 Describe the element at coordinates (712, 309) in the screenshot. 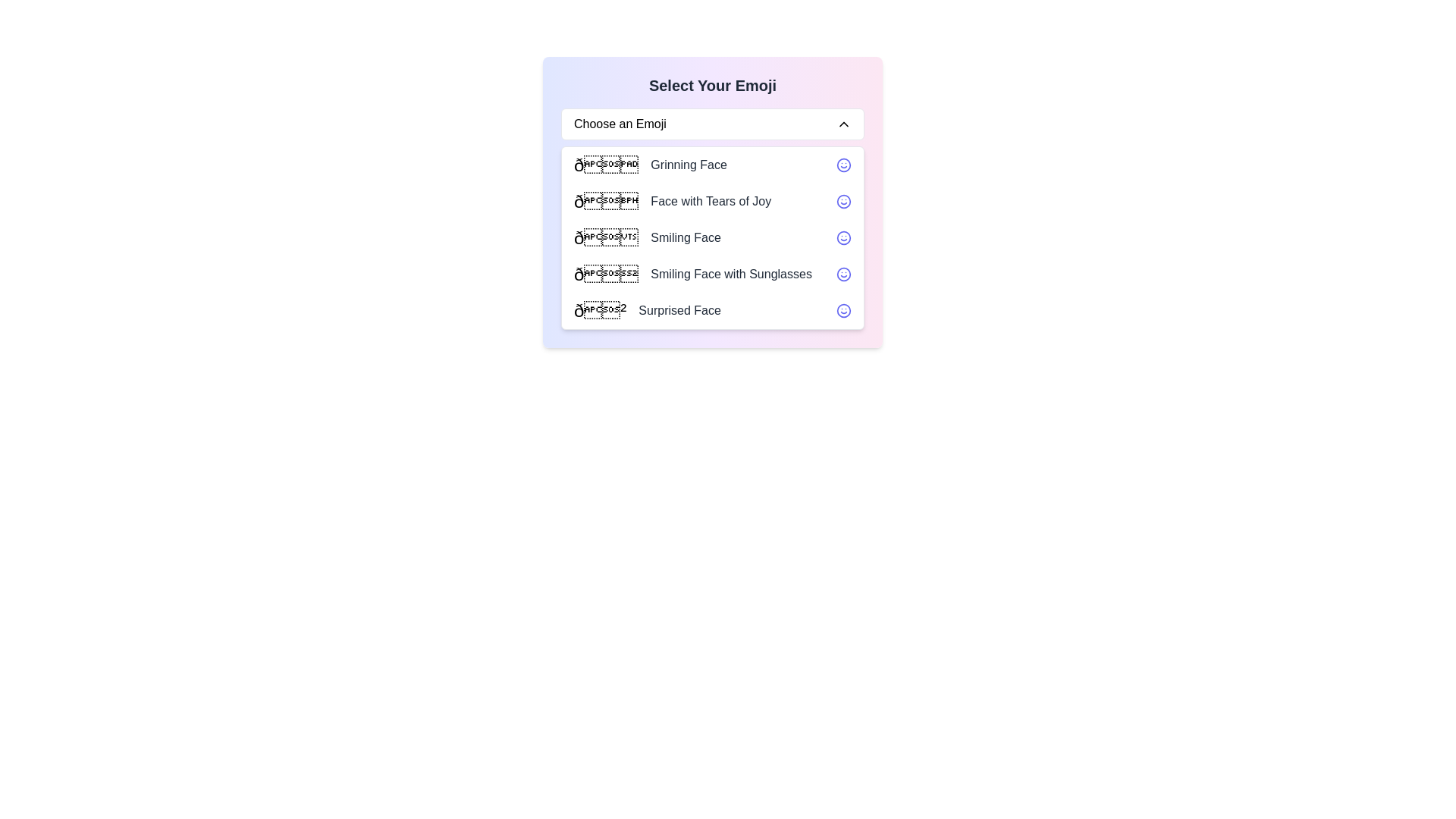

I see `the fifth item in the dropdown list, which features a left-aligned emoji icon and the text 'Surprised Face'` at that location.